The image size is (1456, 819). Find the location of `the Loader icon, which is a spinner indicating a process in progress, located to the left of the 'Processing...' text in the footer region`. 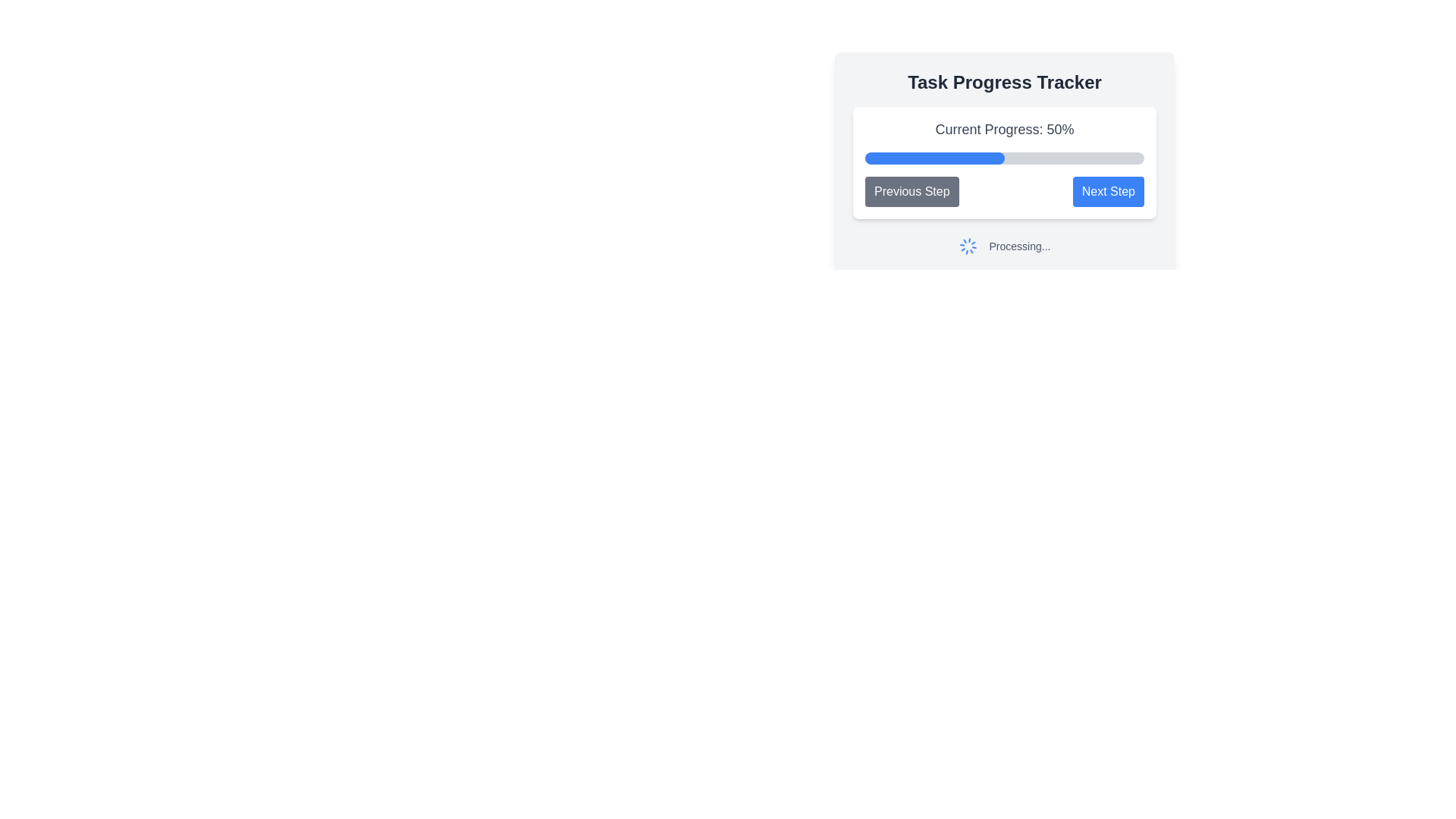

the Loader icon, which is a spinner indicating a process in progress, located to the left of the 'Processing...' text in the footer region is located at coordinates (967, 245).